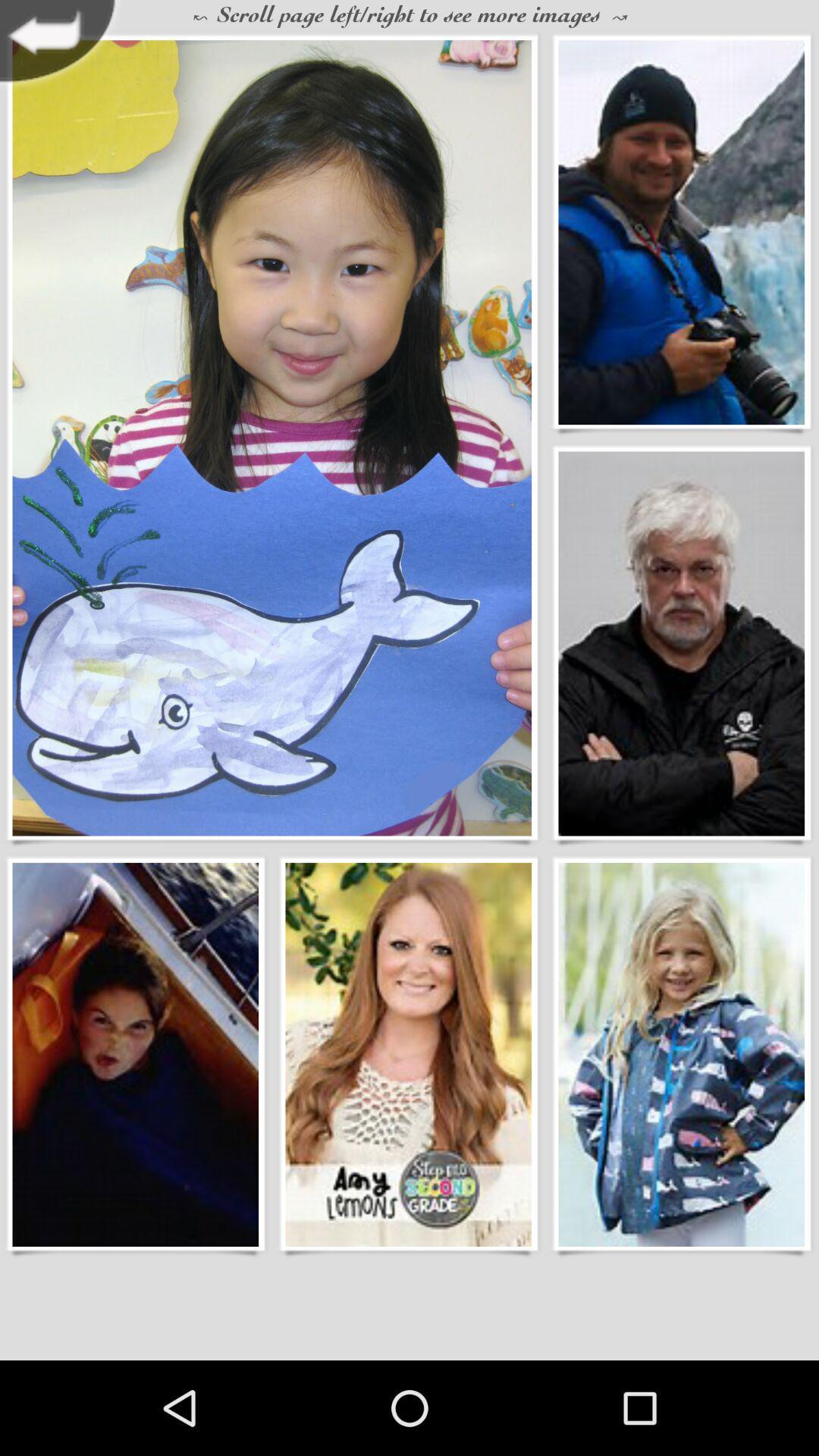  What do you see at coordinates (61, 45) in the screenshot?
I see `previous page` at bounding box center [61, 45].